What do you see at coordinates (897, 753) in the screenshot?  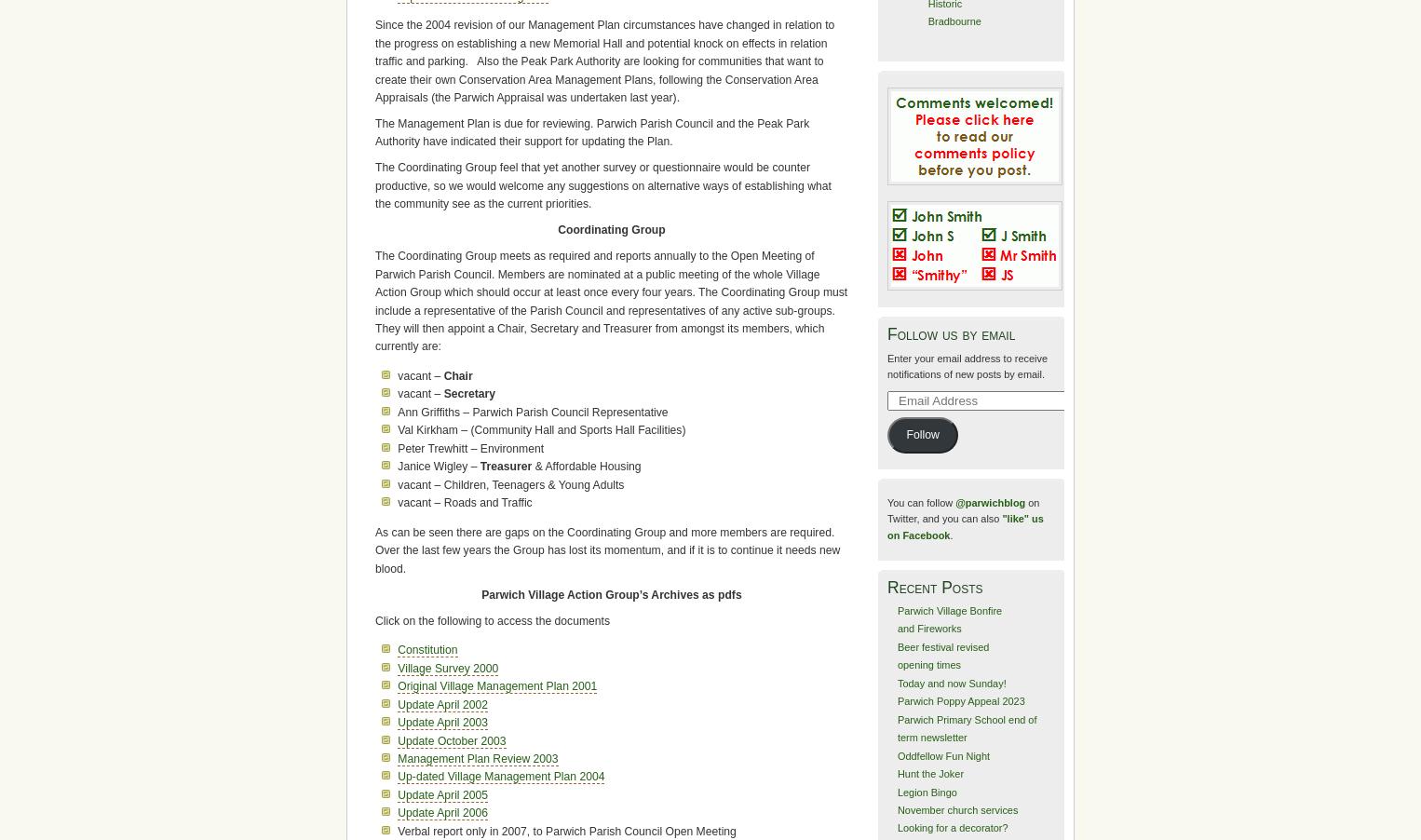 I see `'Oddfellow Fun Night'` at bounding box center [897, 753].